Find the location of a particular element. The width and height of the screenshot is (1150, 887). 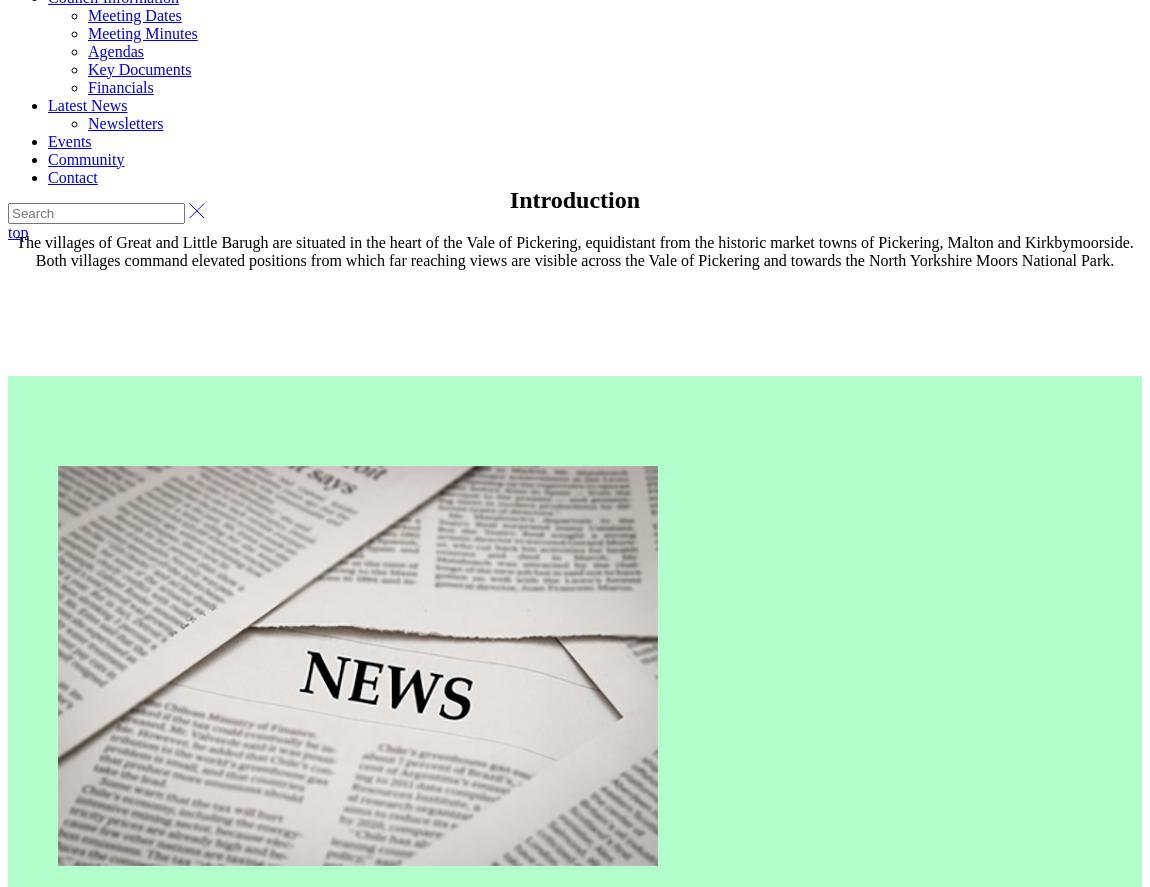

'Meeting Dates' is located at coordinates (86, 14).